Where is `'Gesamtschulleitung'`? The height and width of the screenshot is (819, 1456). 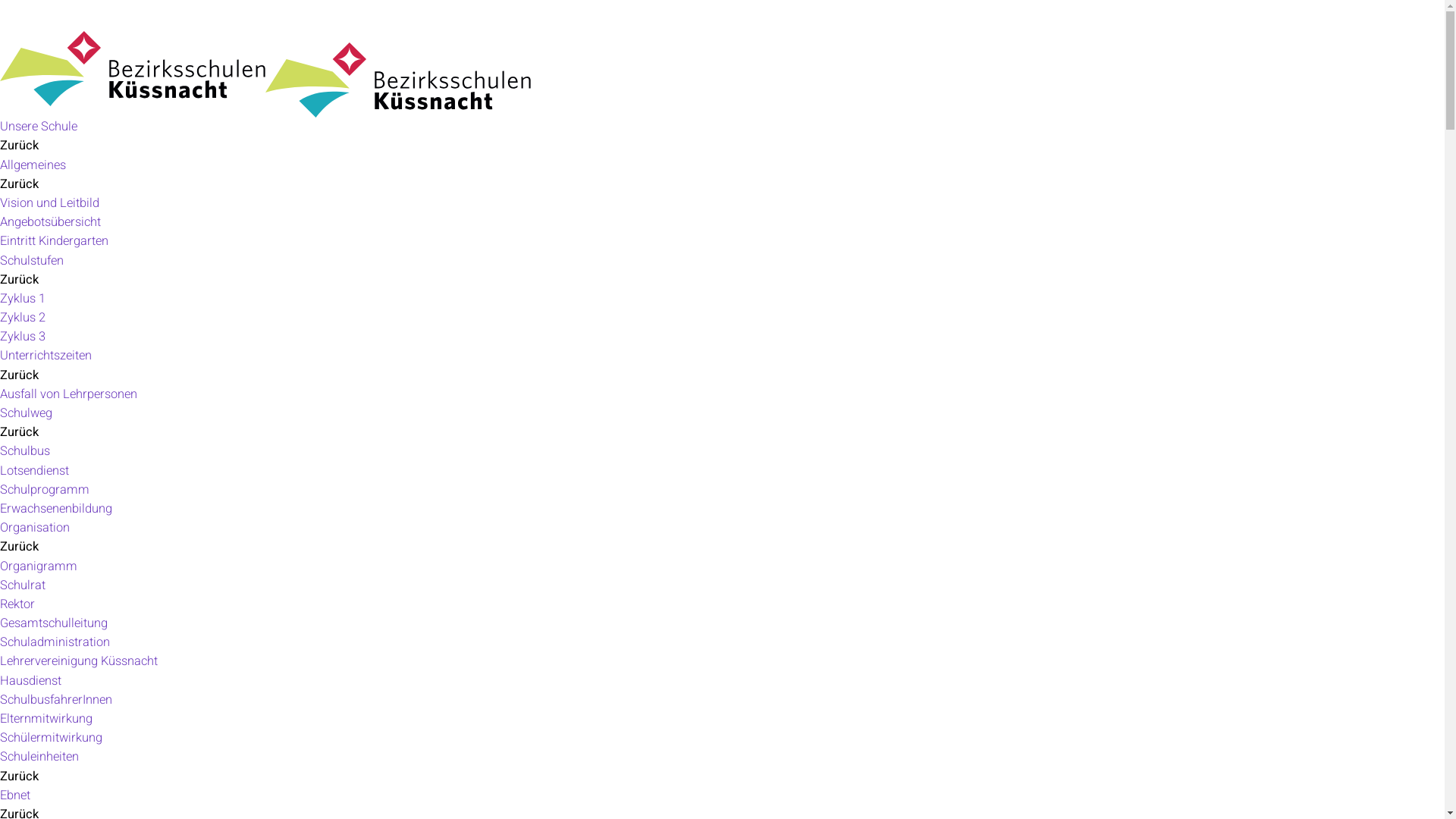
'Gesamtschulleitung' is located at coordinates (54, 623).